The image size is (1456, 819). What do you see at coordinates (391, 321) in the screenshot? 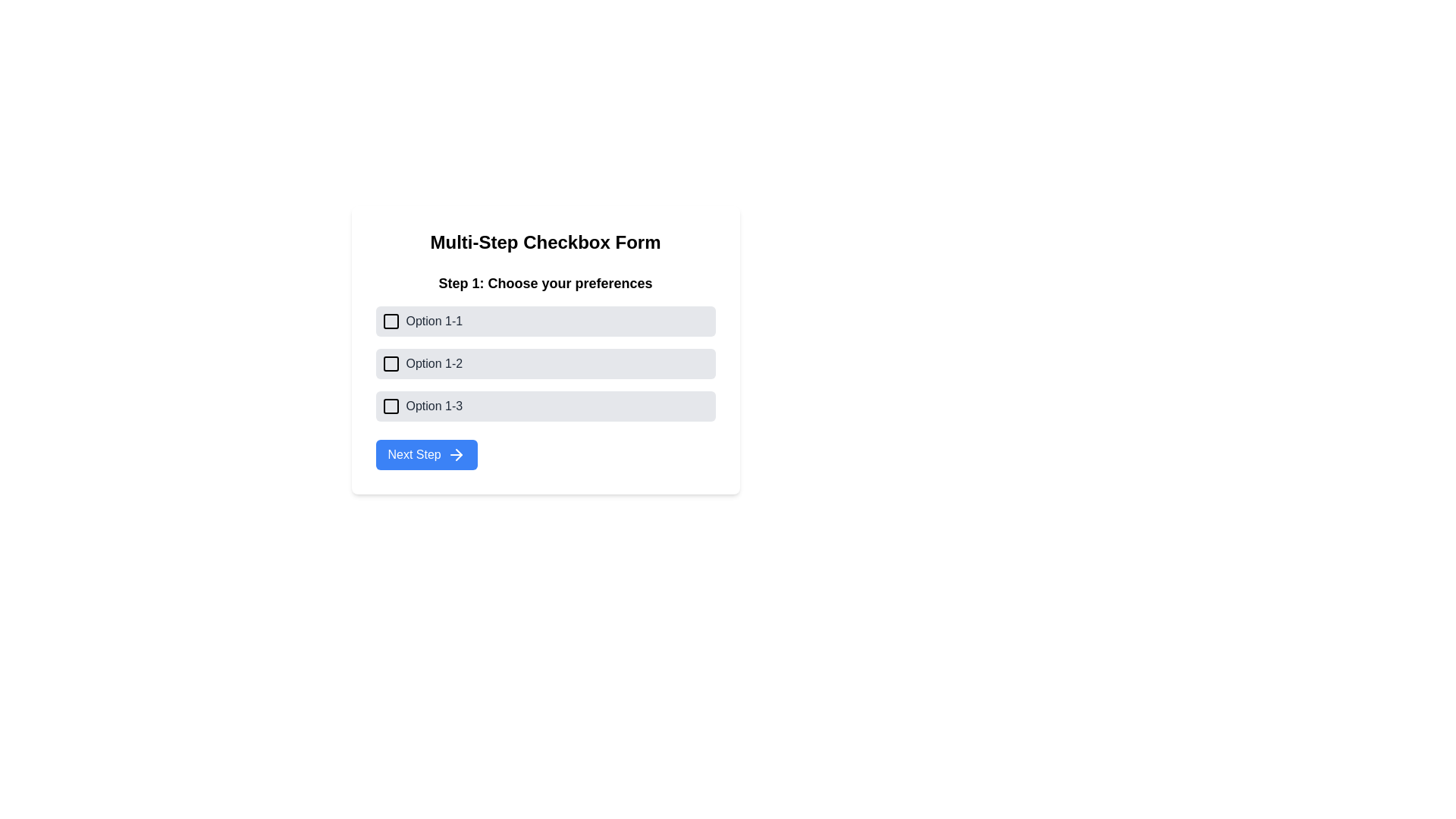
I see `the checkbox icon for 'Option 1-1'` at bounding box center [391, 321].